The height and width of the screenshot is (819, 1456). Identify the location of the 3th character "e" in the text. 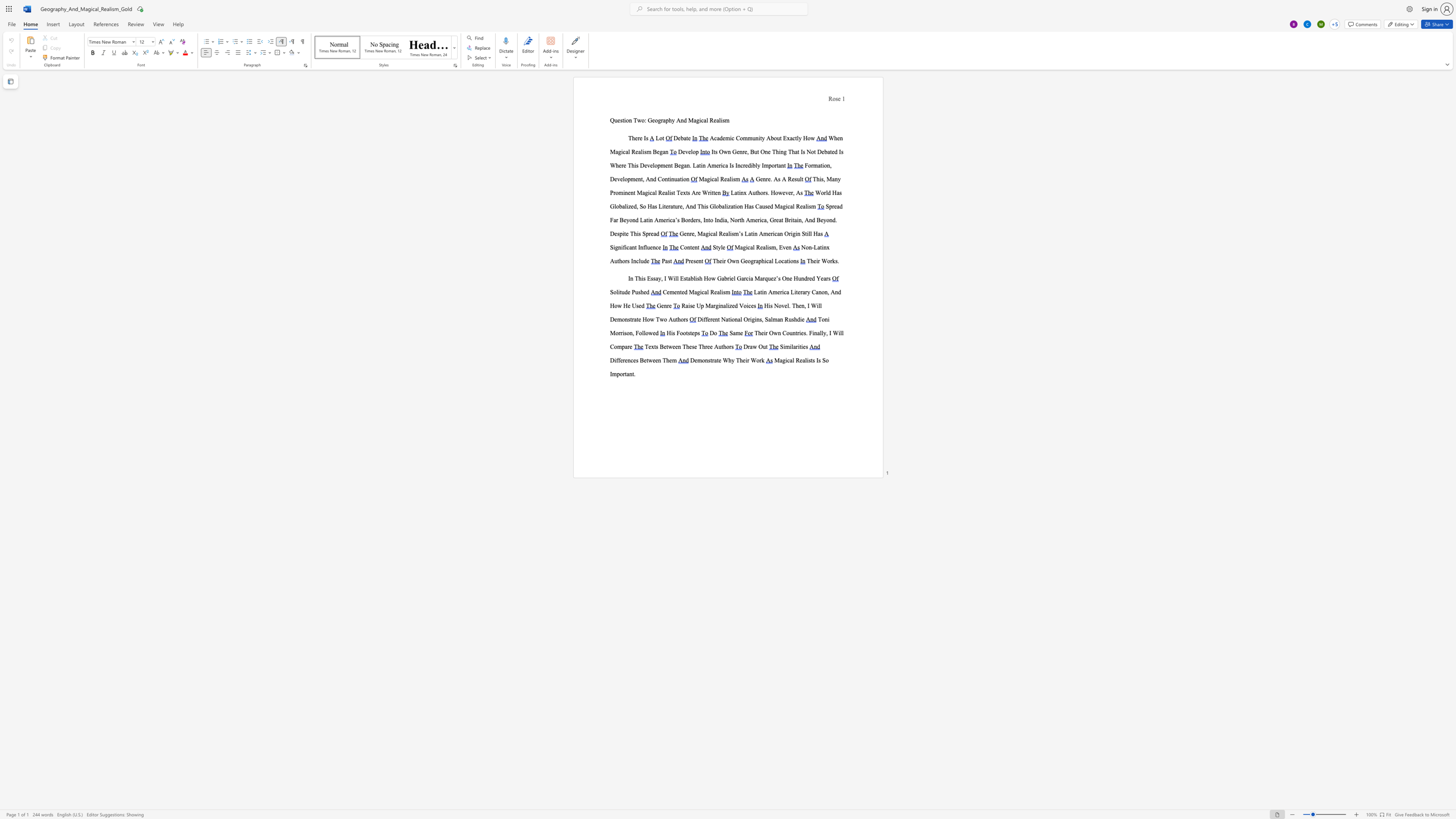
(723, 233).